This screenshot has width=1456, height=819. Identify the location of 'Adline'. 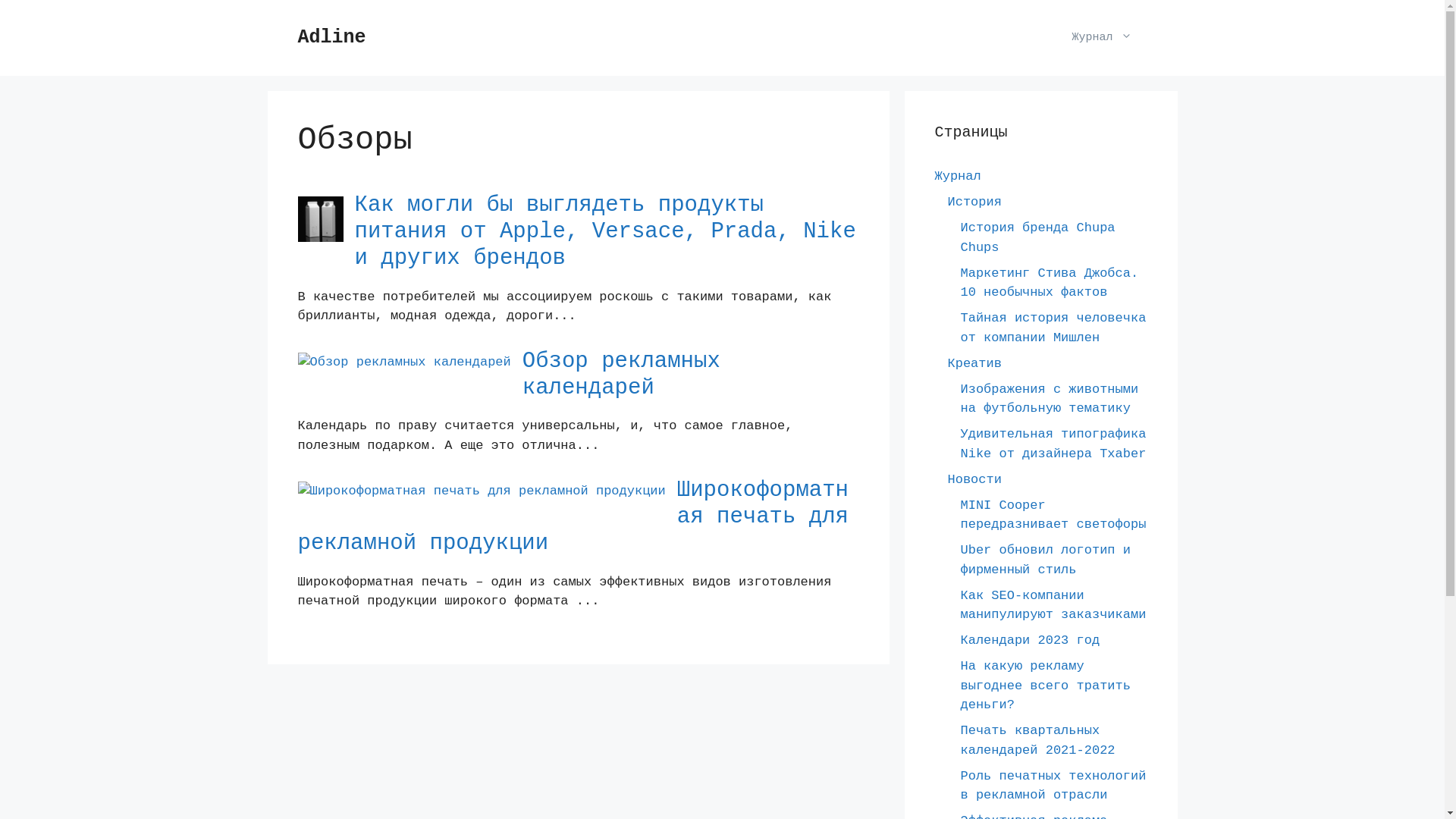
(297, 36).